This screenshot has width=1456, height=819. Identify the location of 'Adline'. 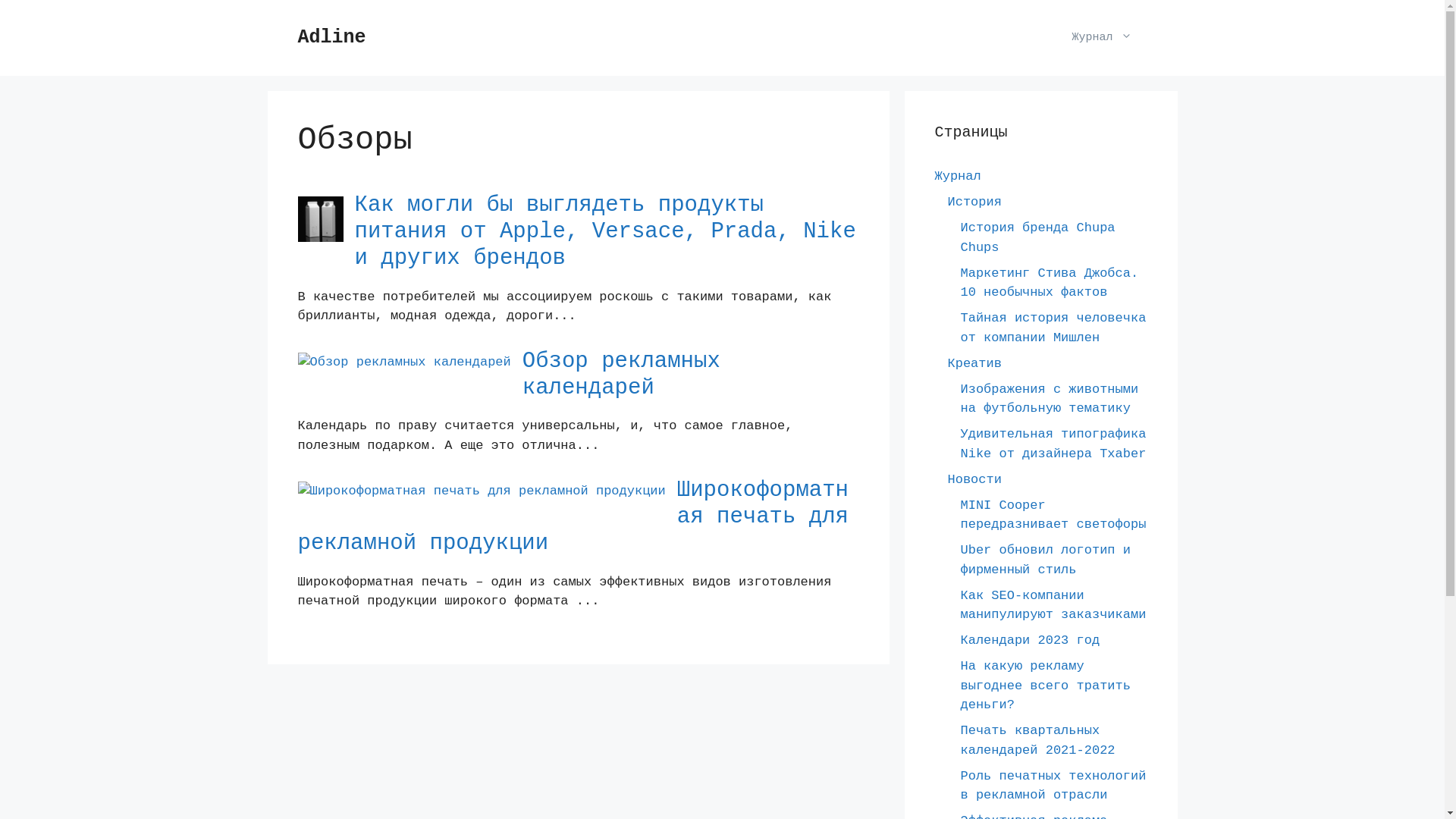
(297, 36).